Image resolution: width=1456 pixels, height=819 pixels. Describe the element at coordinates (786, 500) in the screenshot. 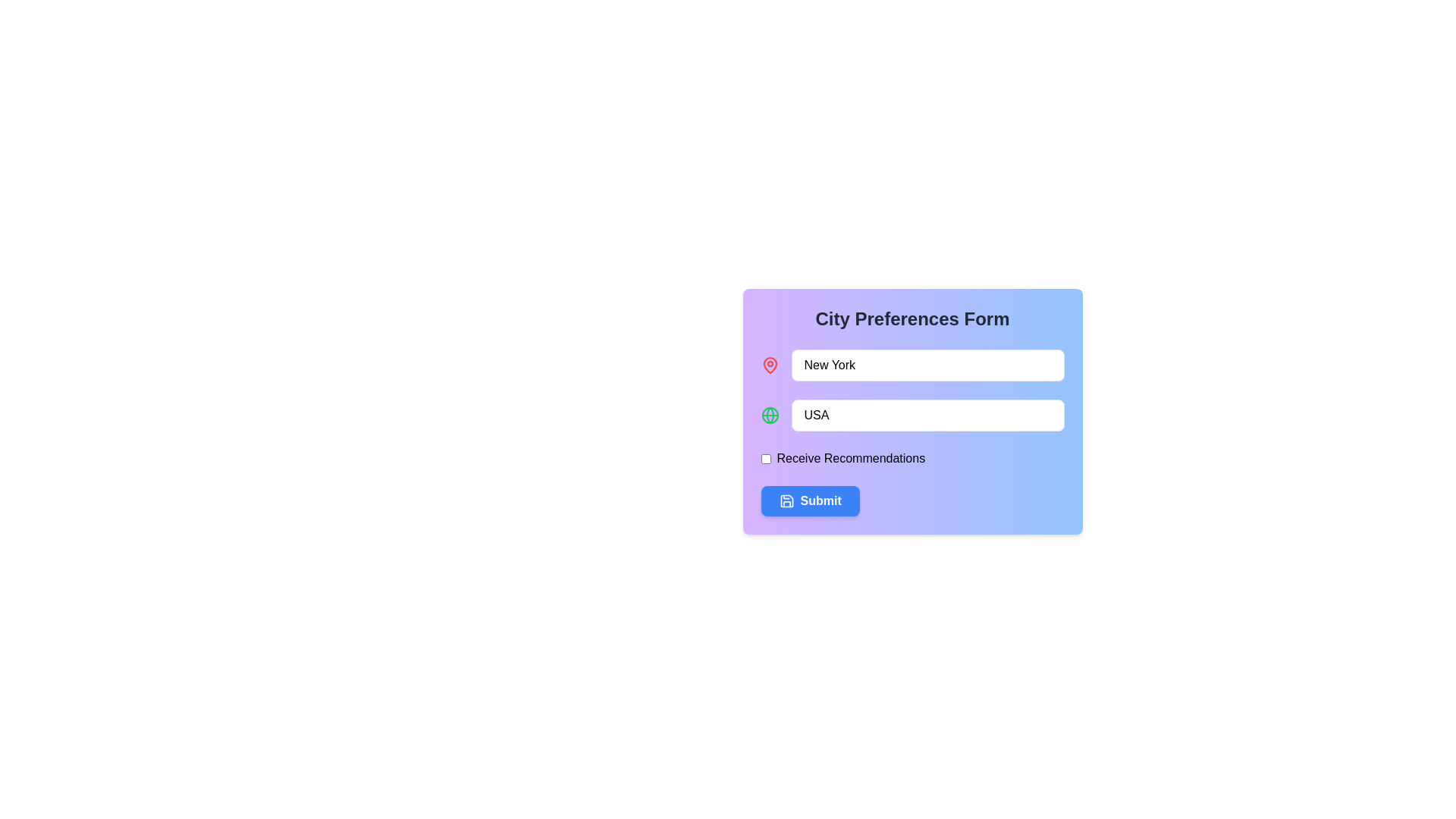

I see `the SVG icon within the blue 'Submit' button, located to the left of the bold 'Submit' text` at that location.